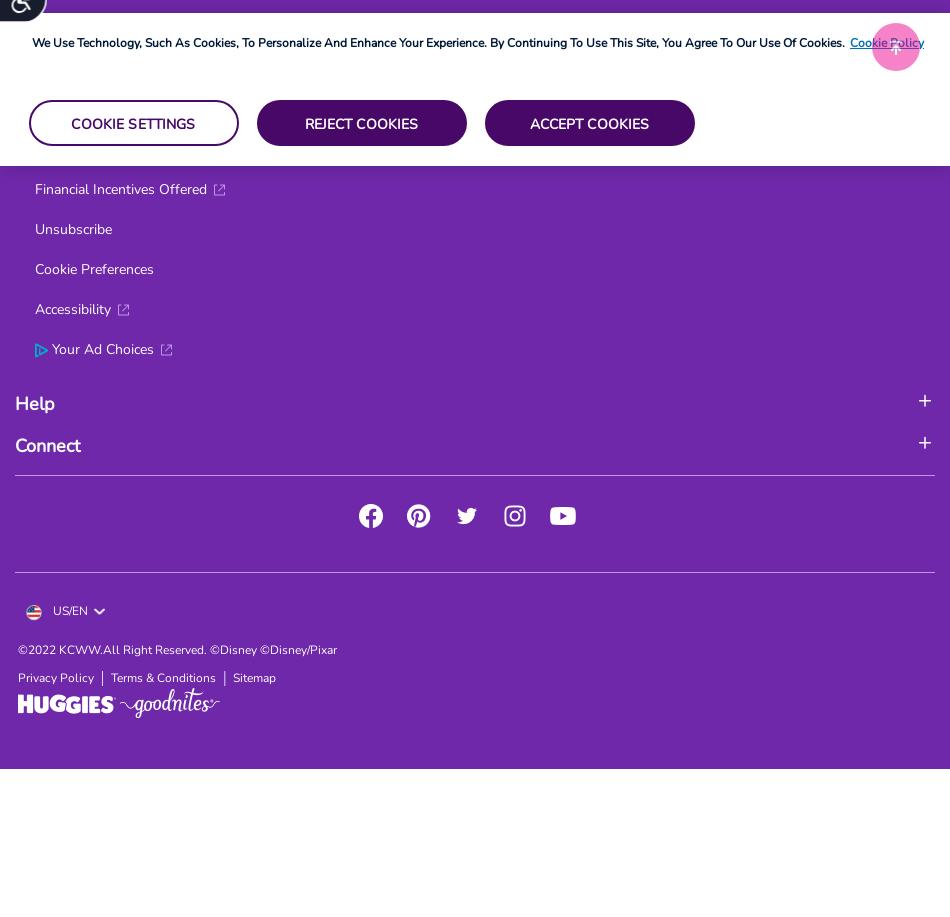  What do you see at coordinates (194, 29) in the screenshot?
I see `'Limit the Use of My Sensitive Personal Information'` at bounding box center [194, 29].